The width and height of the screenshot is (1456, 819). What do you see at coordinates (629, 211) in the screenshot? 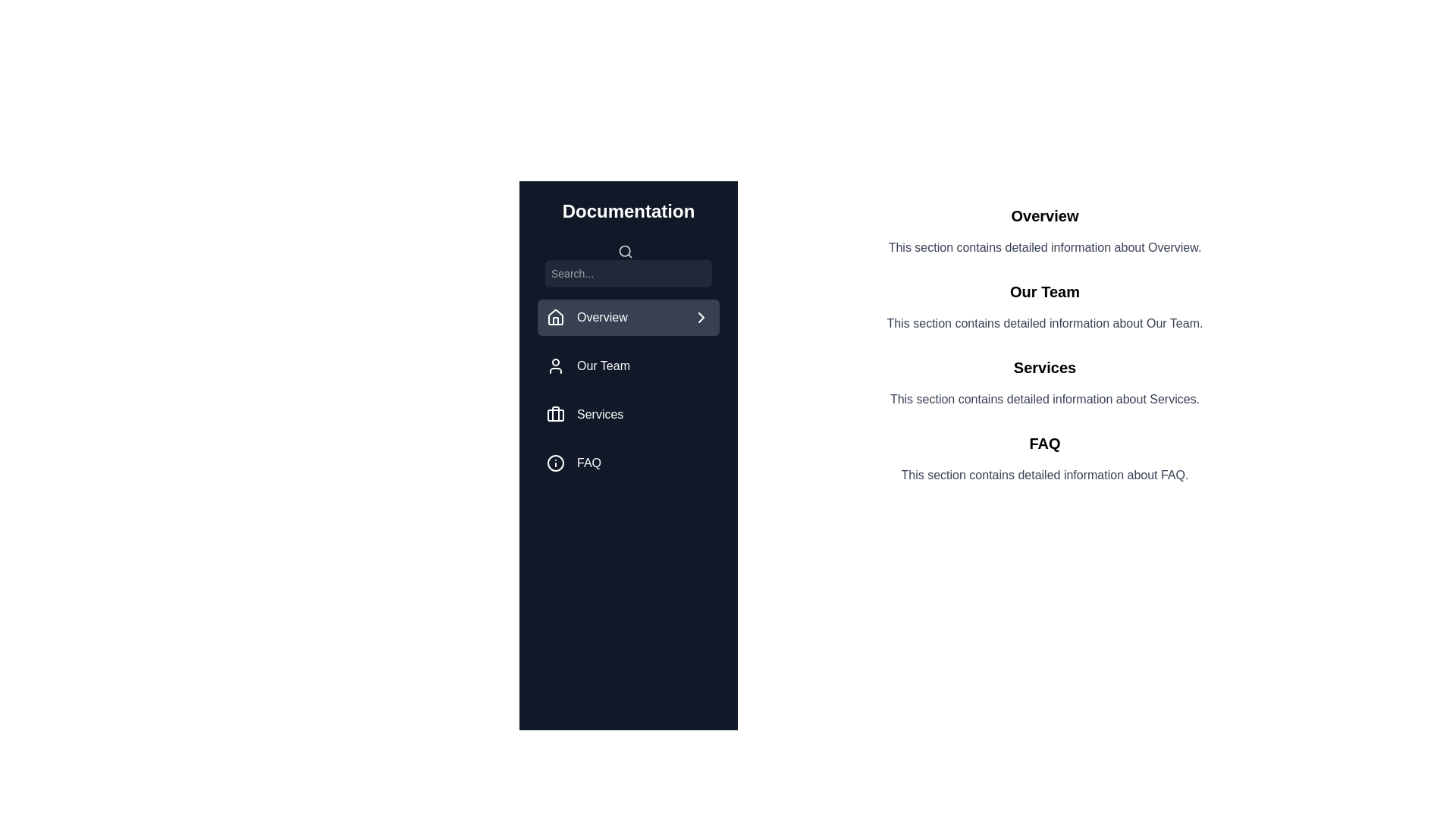
I see `the bold header text label 'Documentation' at the top of the vertical sidebar, which is styled with a large white font against a dark background` at bounding box center [629, 211].